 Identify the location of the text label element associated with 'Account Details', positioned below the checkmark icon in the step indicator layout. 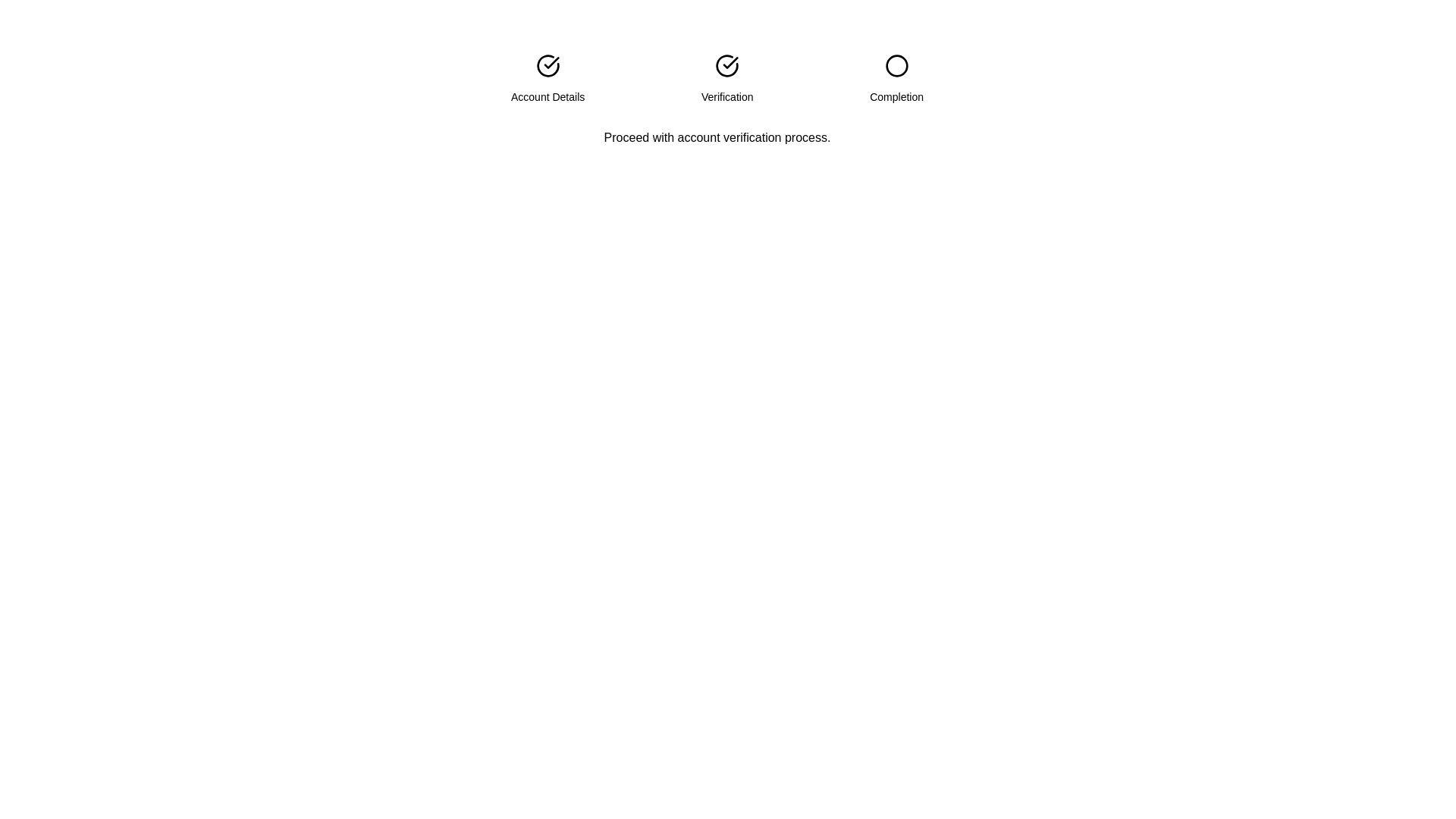
(547, 79).